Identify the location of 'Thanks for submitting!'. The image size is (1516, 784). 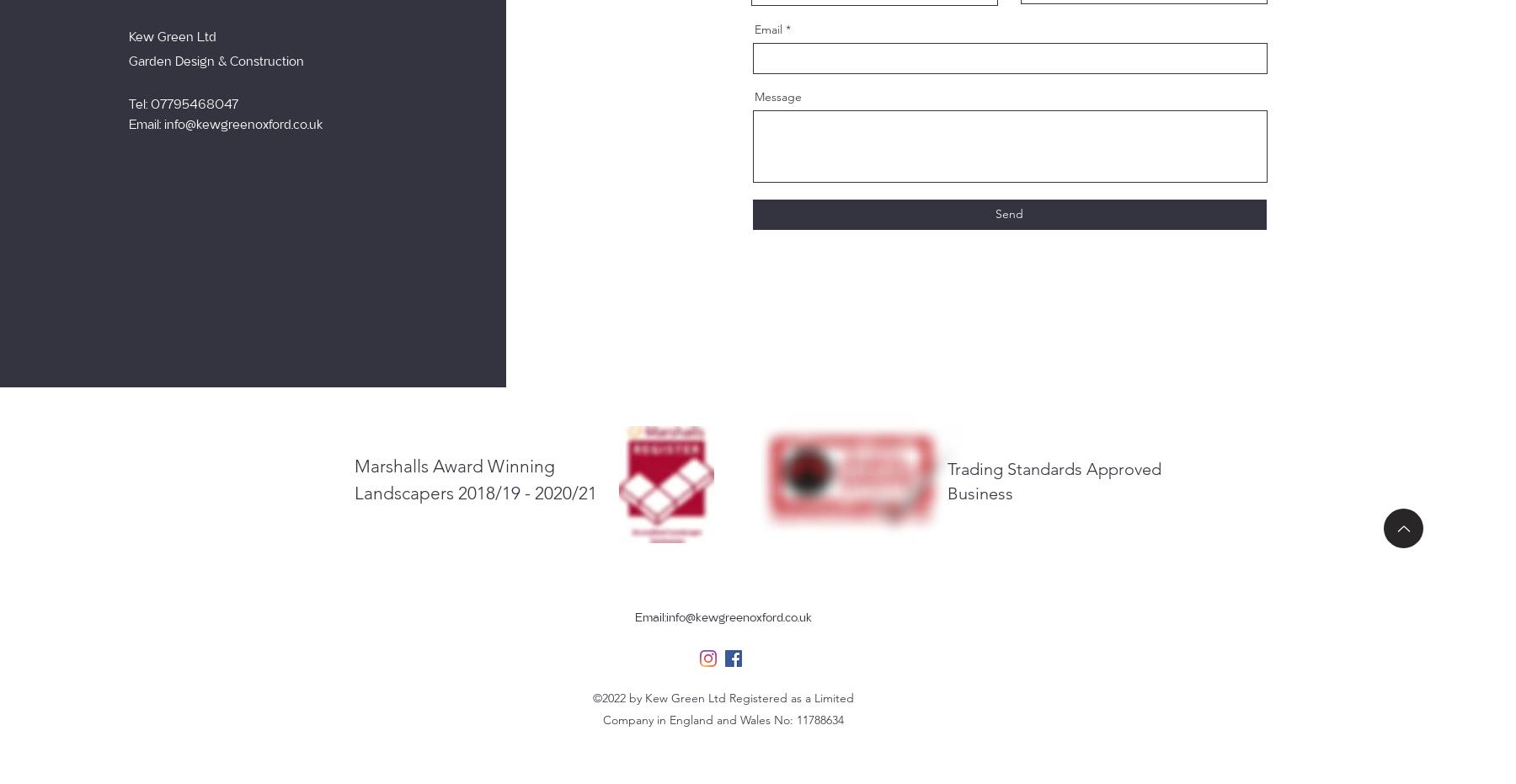
(1004, 252).